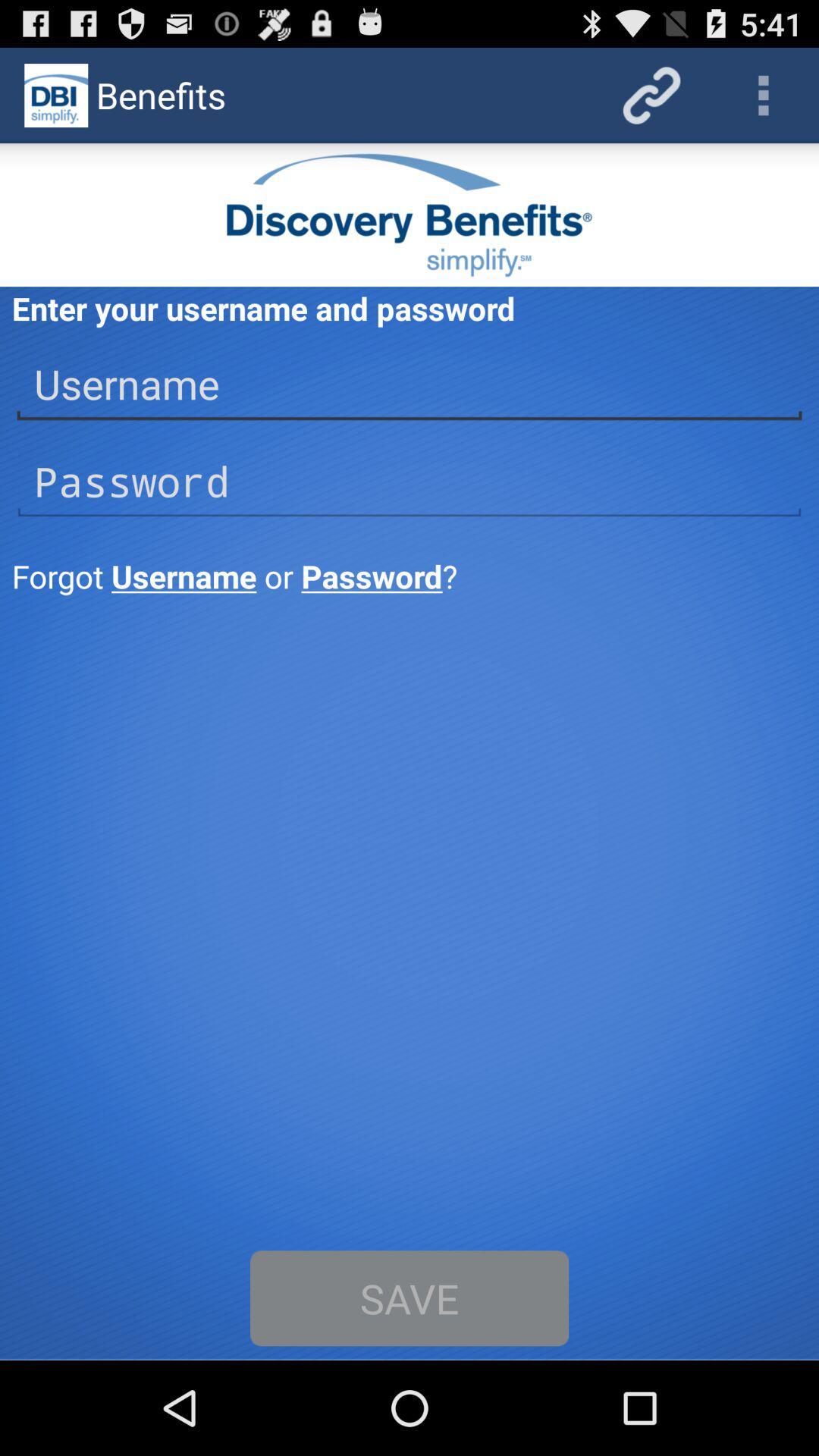 The width and height of the screenshot is (819, 1456). I want to click on input username, so click(409, 384).